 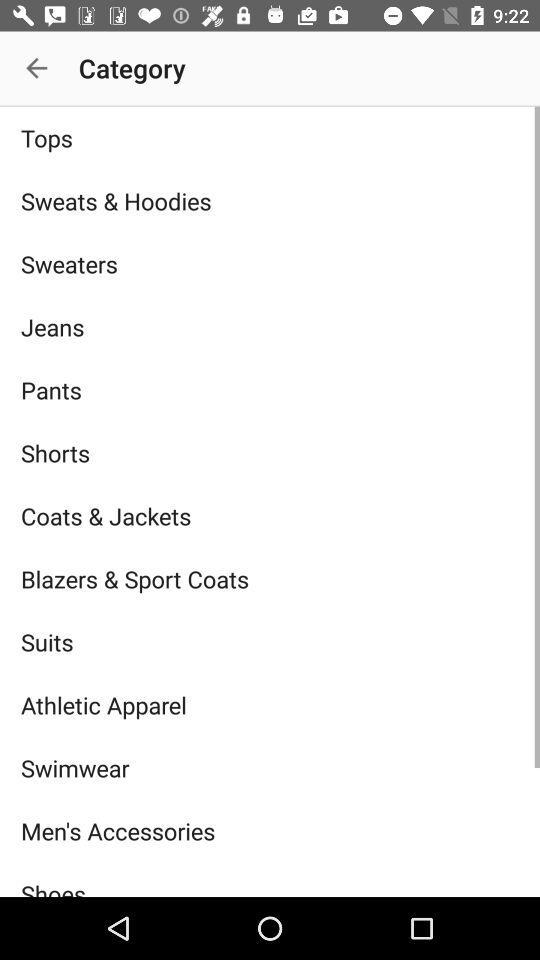 What do you see at coordinates (270, 579) in the screenshot?
I see `blazers & sport coats icon` at bounding box center [270, 579].